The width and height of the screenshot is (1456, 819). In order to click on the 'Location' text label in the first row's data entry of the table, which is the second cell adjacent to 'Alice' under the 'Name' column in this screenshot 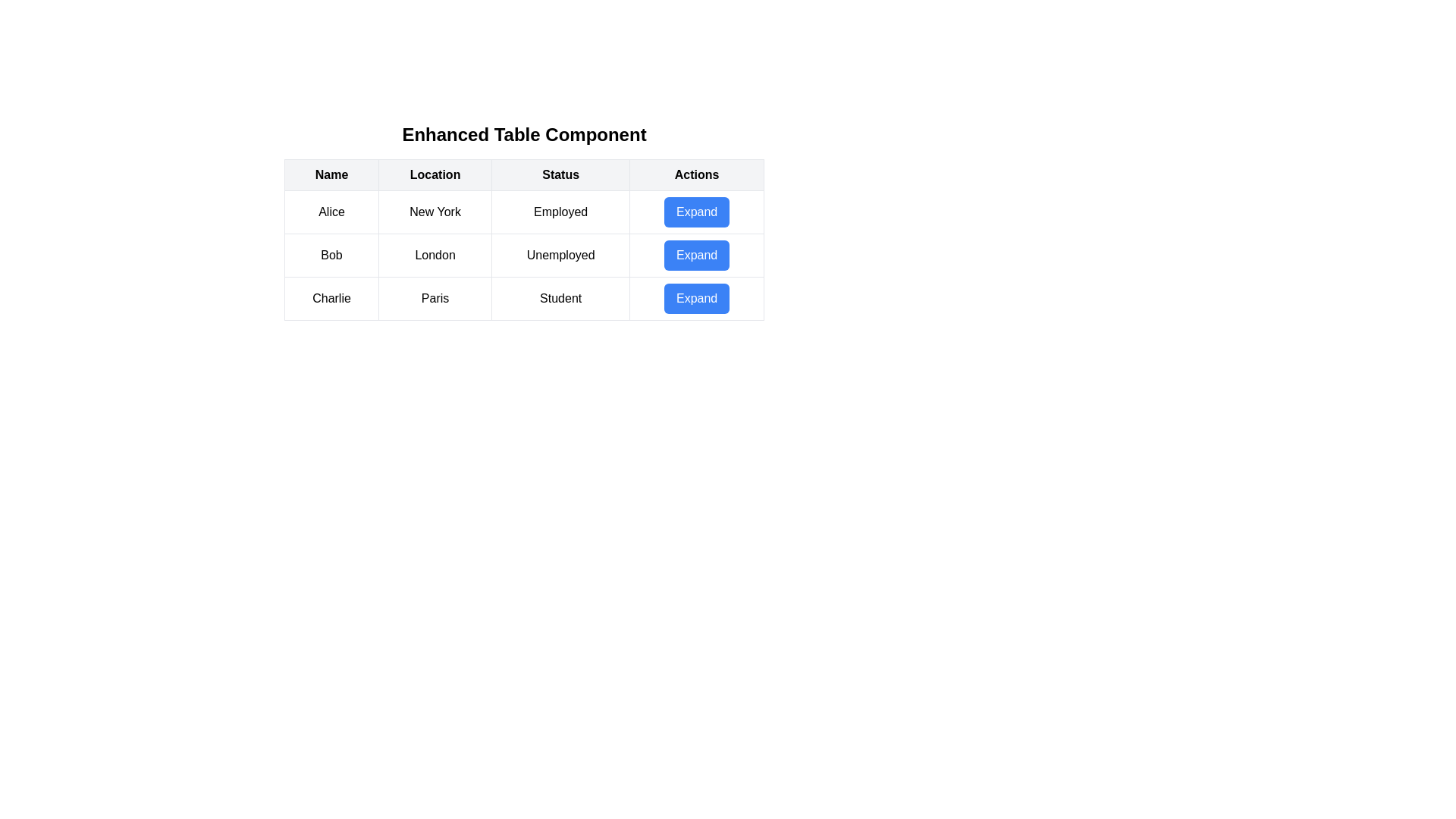, I will do `click(435, 212)`.